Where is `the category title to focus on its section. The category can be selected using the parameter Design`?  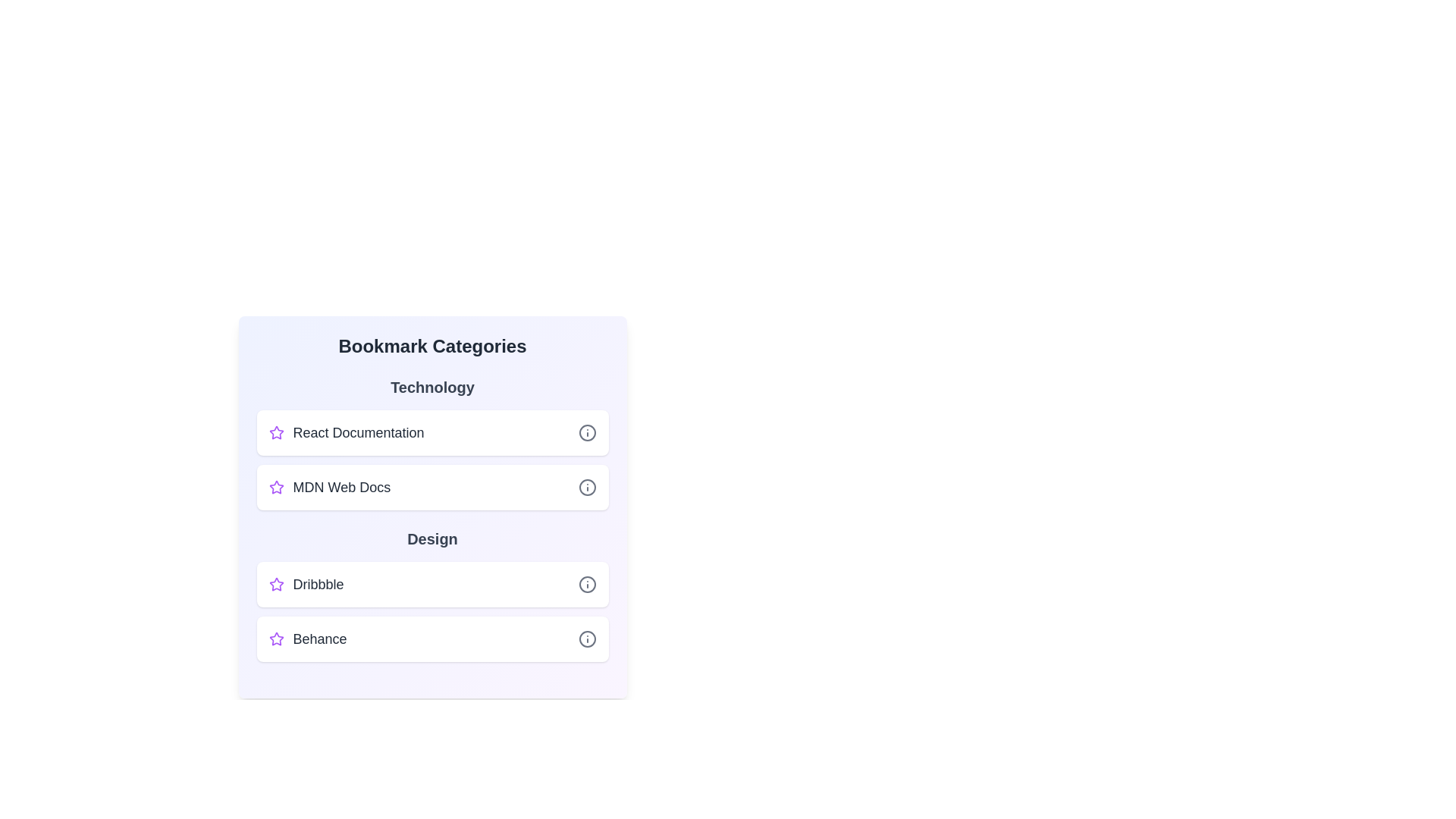
the category title to focus on its section. The category can be selected using the parameter Design is located at coordinates (431, 538).